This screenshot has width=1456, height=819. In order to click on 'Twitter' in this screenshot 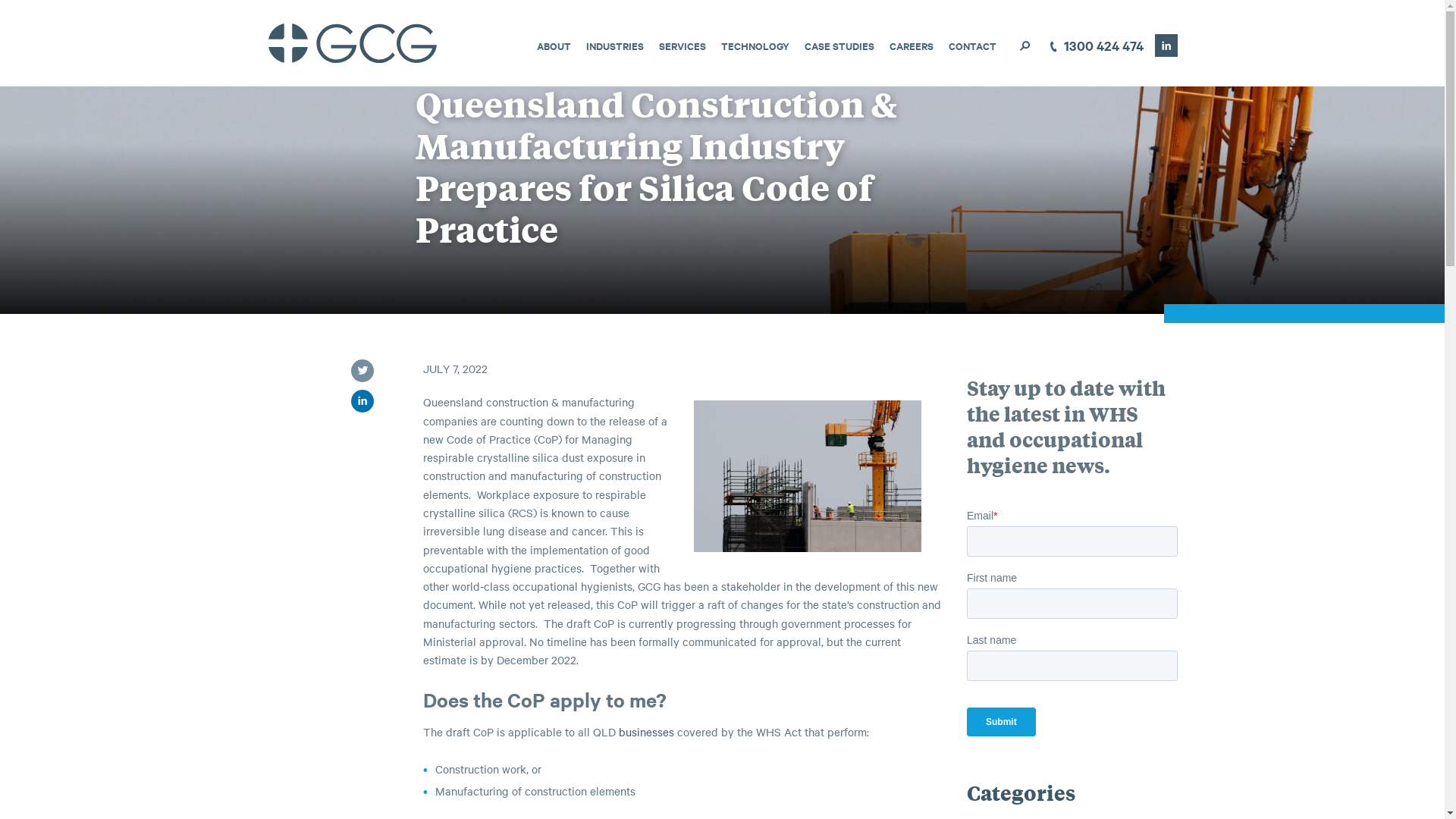, I will do `click(360, 371)`.